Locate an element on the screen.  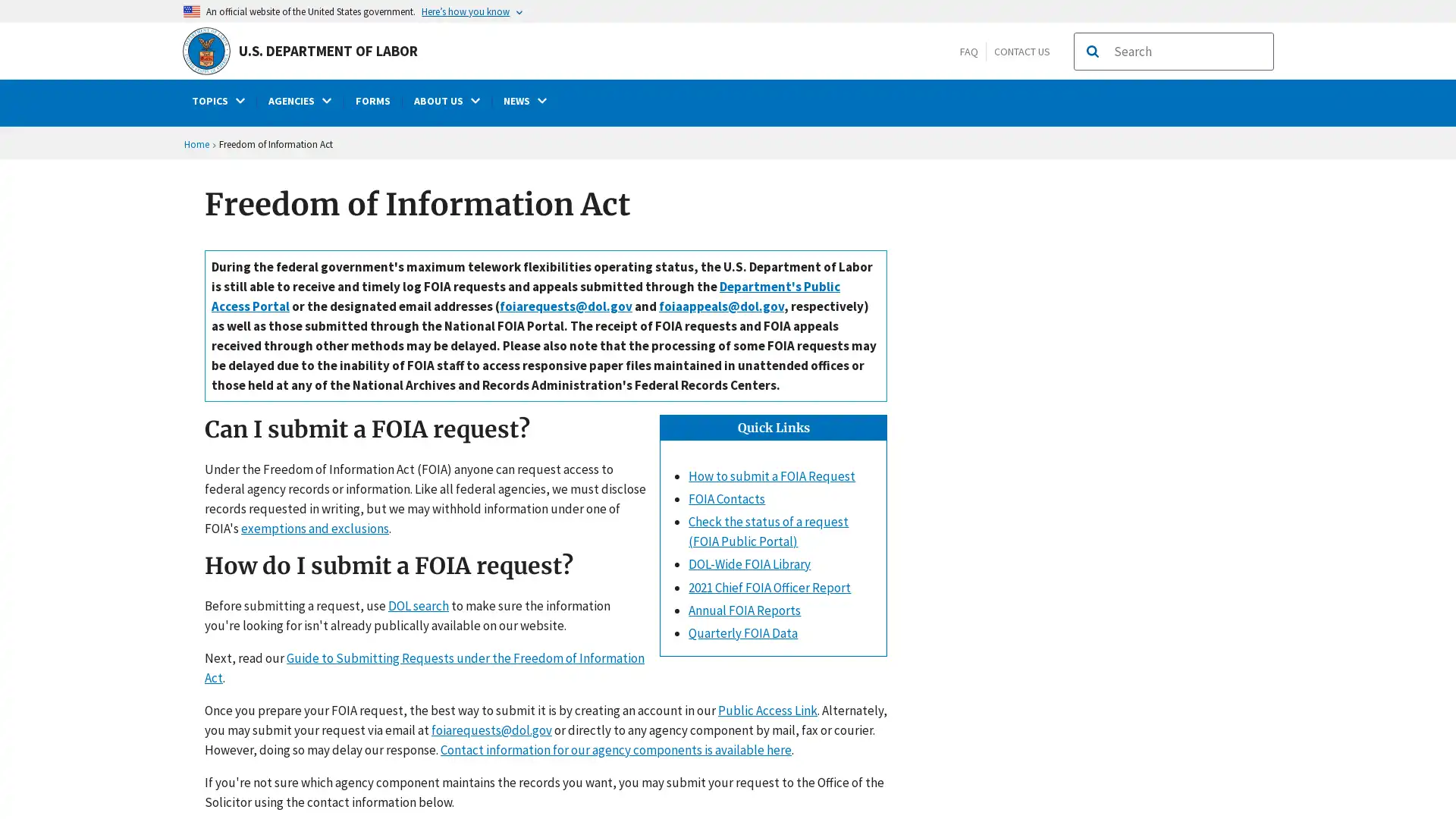
Search is located at coordinates (1092, 51).